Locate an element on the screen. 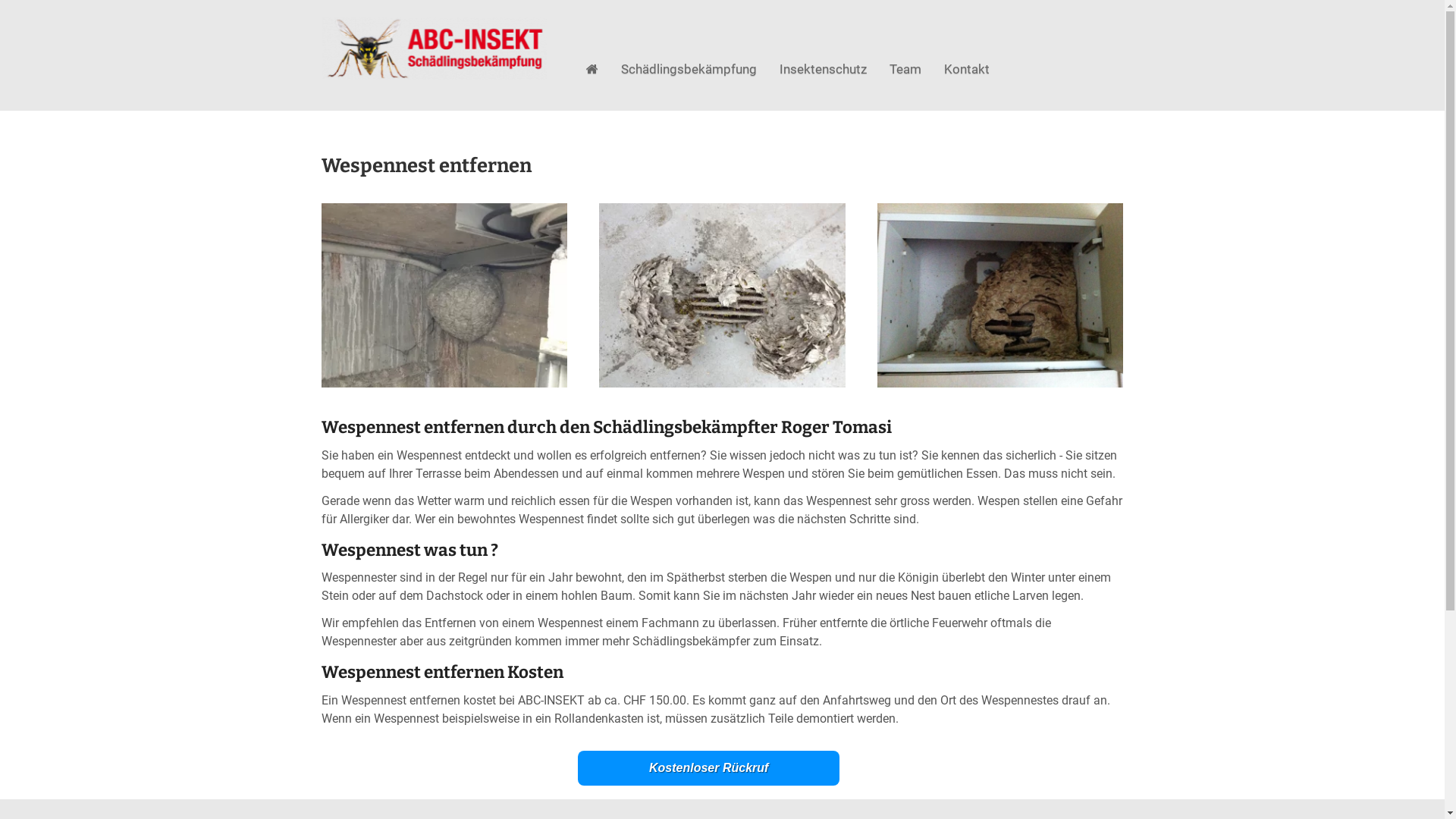 This screenshot has height=819, width=1456. 'Insektenschutz' is located at coordinates (822, 69).